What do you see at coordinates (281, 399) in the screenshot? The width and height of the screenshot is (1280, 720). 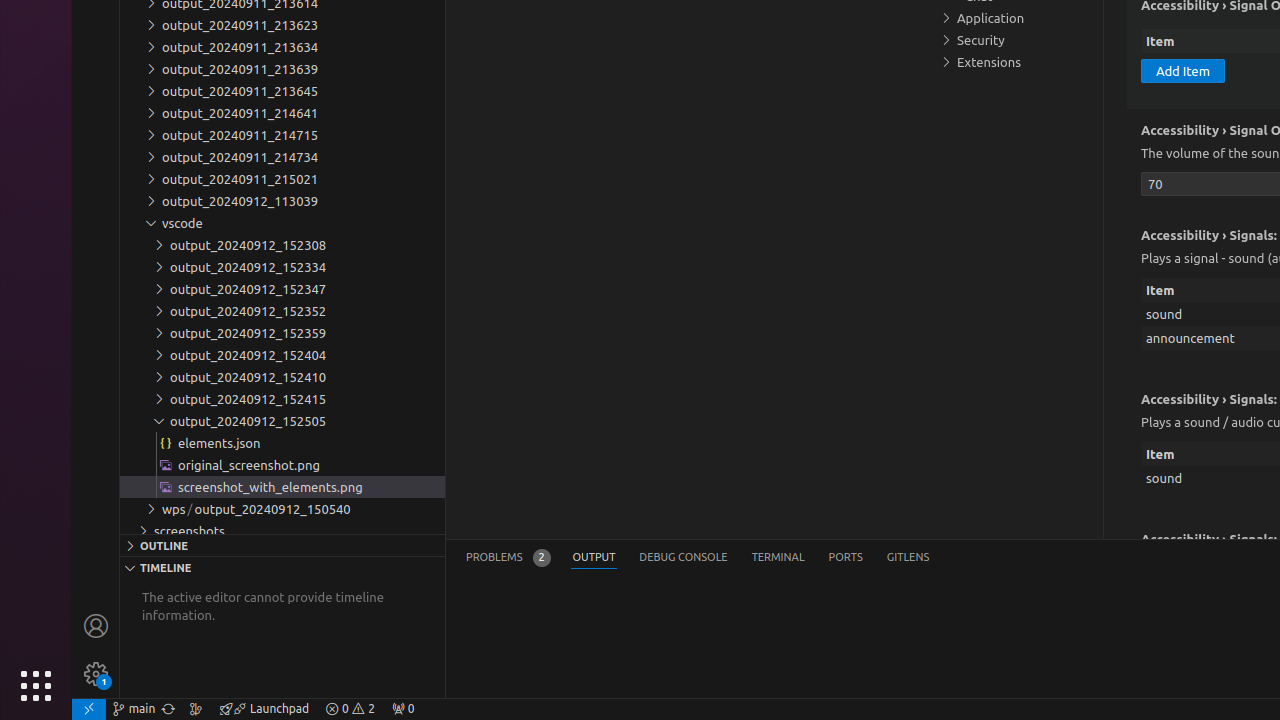 I see `'output_20240912_152415'` at bounding box center [281, 399].